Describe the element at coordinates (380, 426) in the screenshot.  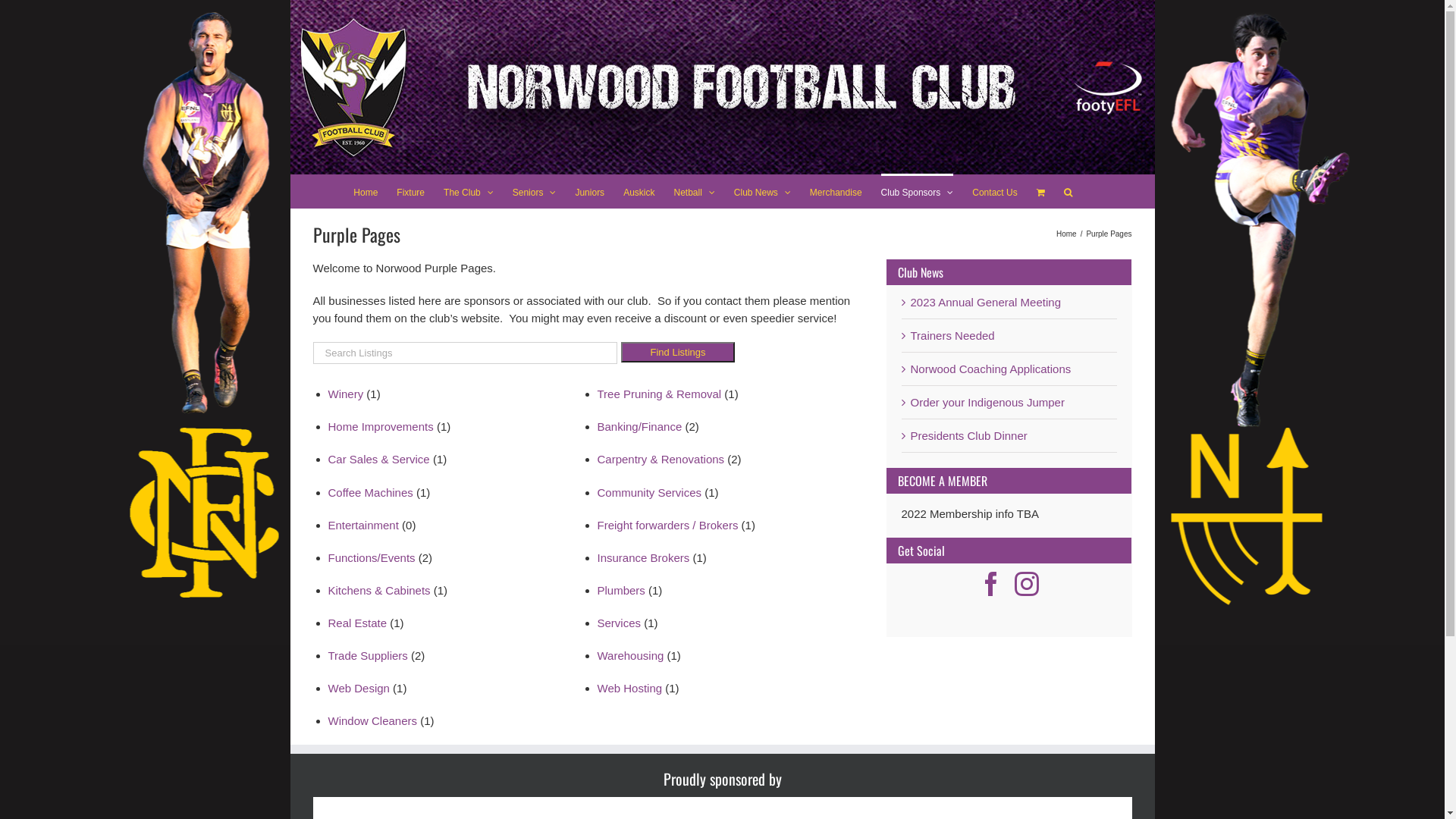
I see `'Home Improvements'` at that location.